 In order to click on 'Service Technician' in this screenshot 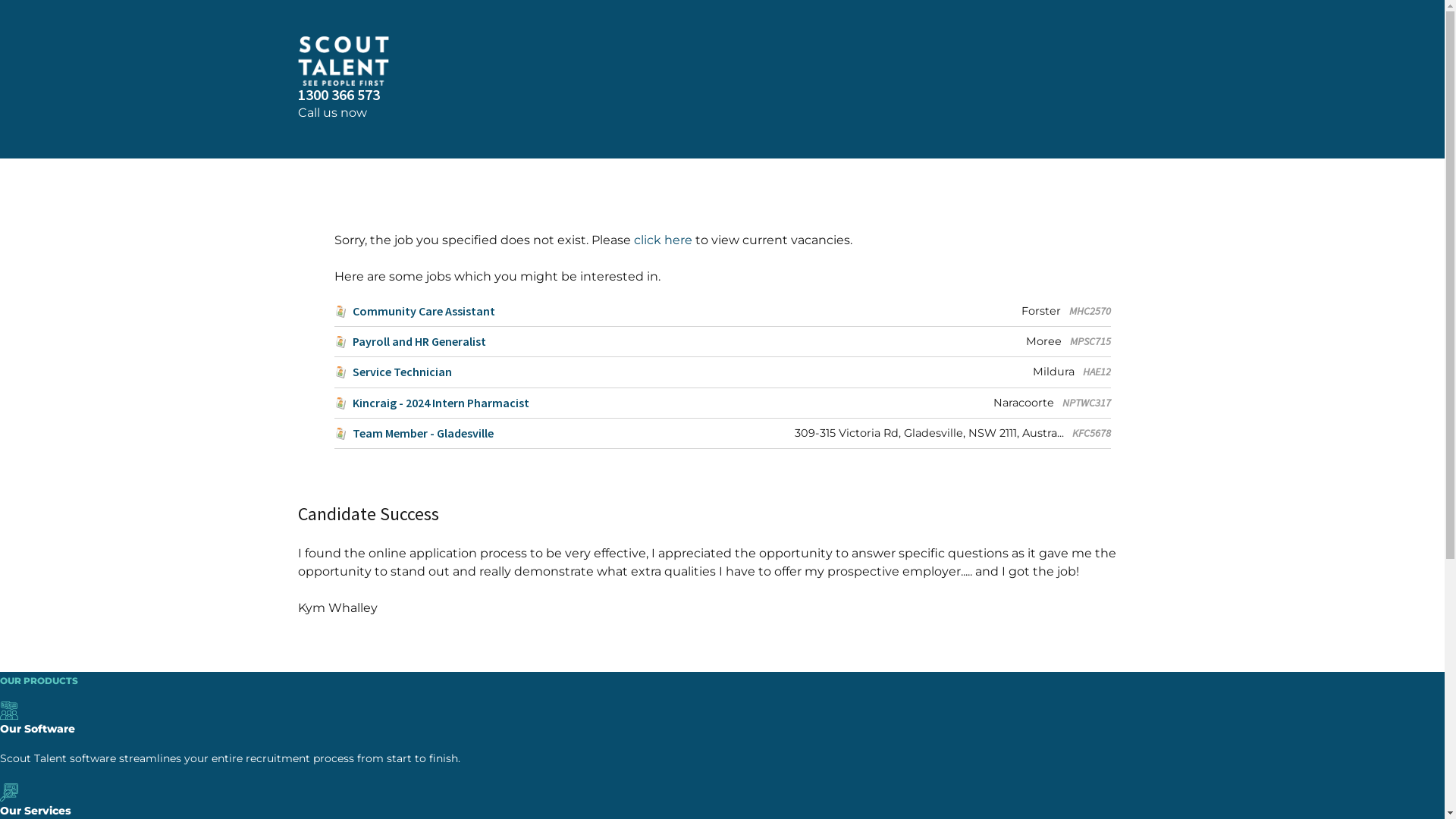, I will do `click(392, 372)`.